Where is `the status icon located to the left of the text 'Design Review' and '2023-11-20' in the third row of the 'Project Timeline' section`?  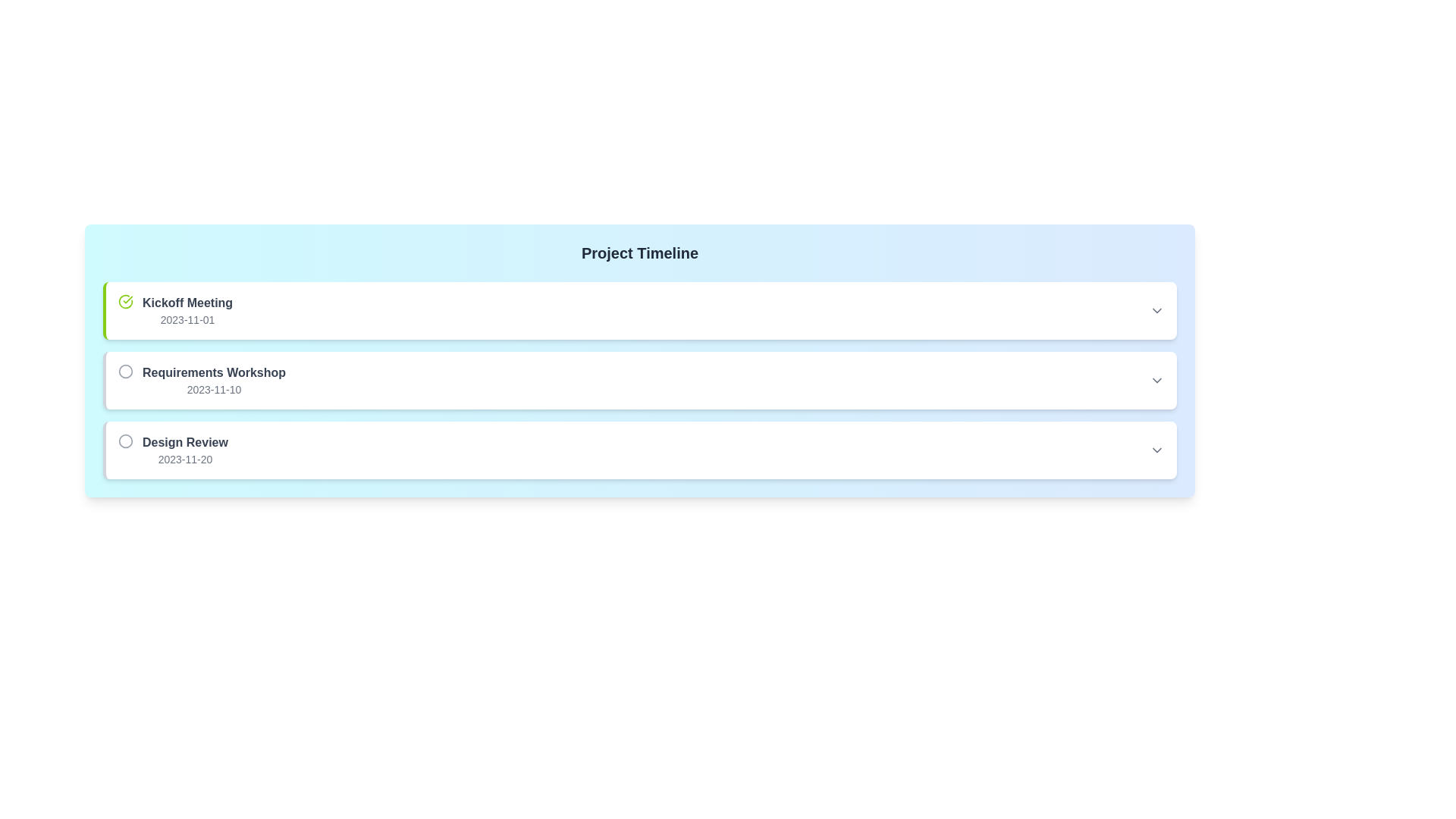
the status icon located to the left of the text 'Design Review' and '2023-11-20' in the third row of the 'Project Timeline' section is located at coordinates (126, 441).